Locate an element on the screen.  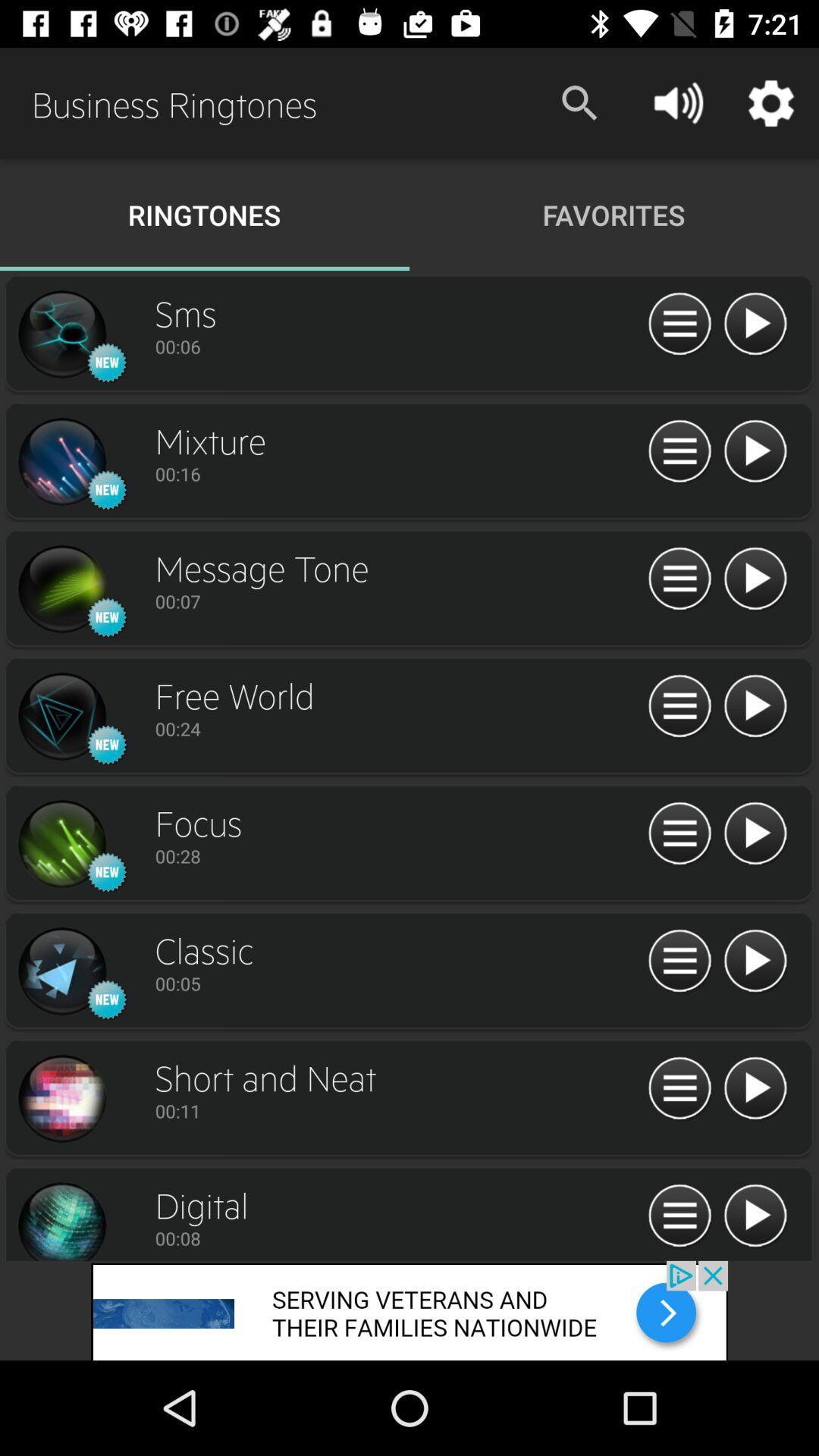
to view options is located at coordinates (679, 451).